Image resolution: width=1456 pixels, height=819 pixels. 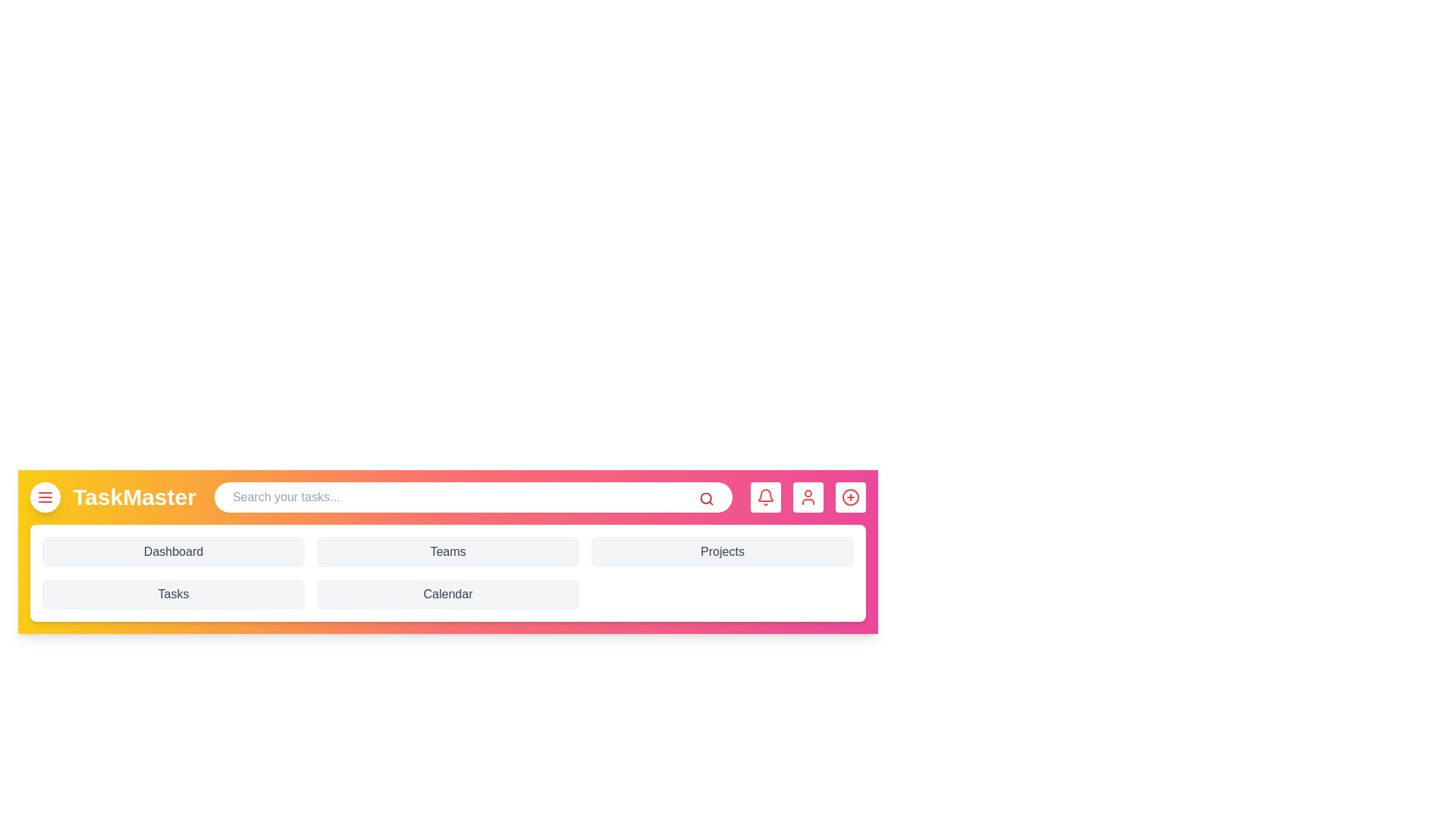 What do you see at coordinates (807, 497) in the screenshot?
I see `the 'User' icon button to access user profile settings` at bounding box center [807, 497].